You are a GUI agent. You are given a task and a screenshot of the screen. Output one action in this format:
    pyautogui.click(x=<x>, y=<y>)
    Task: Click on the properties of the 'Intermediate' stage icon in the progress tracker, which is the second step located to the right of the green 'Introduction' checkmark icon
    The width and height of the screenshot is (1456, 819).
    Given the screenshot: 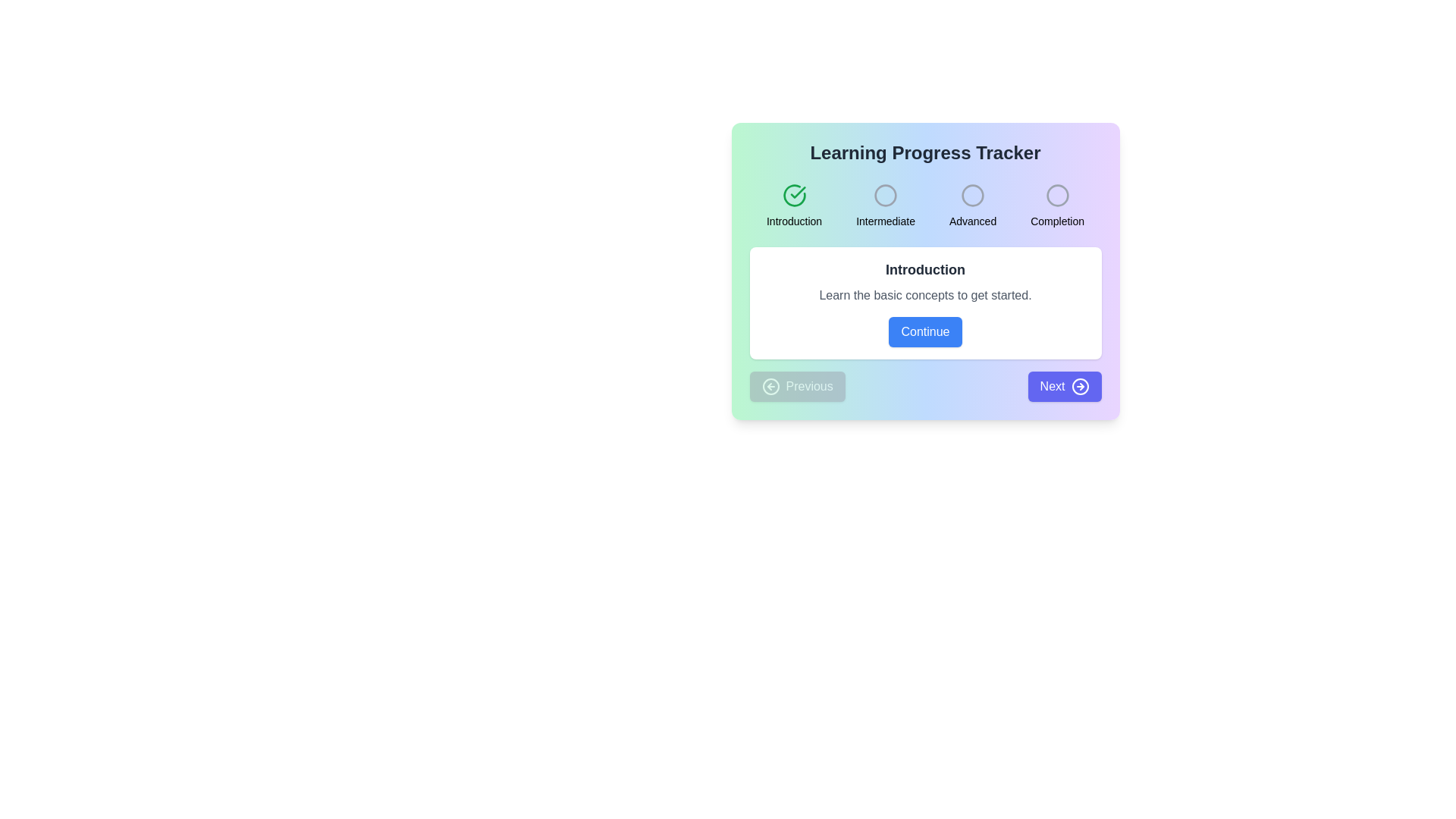 What is the action you would take?
    pyautogui.click(x=885, y=195)
    